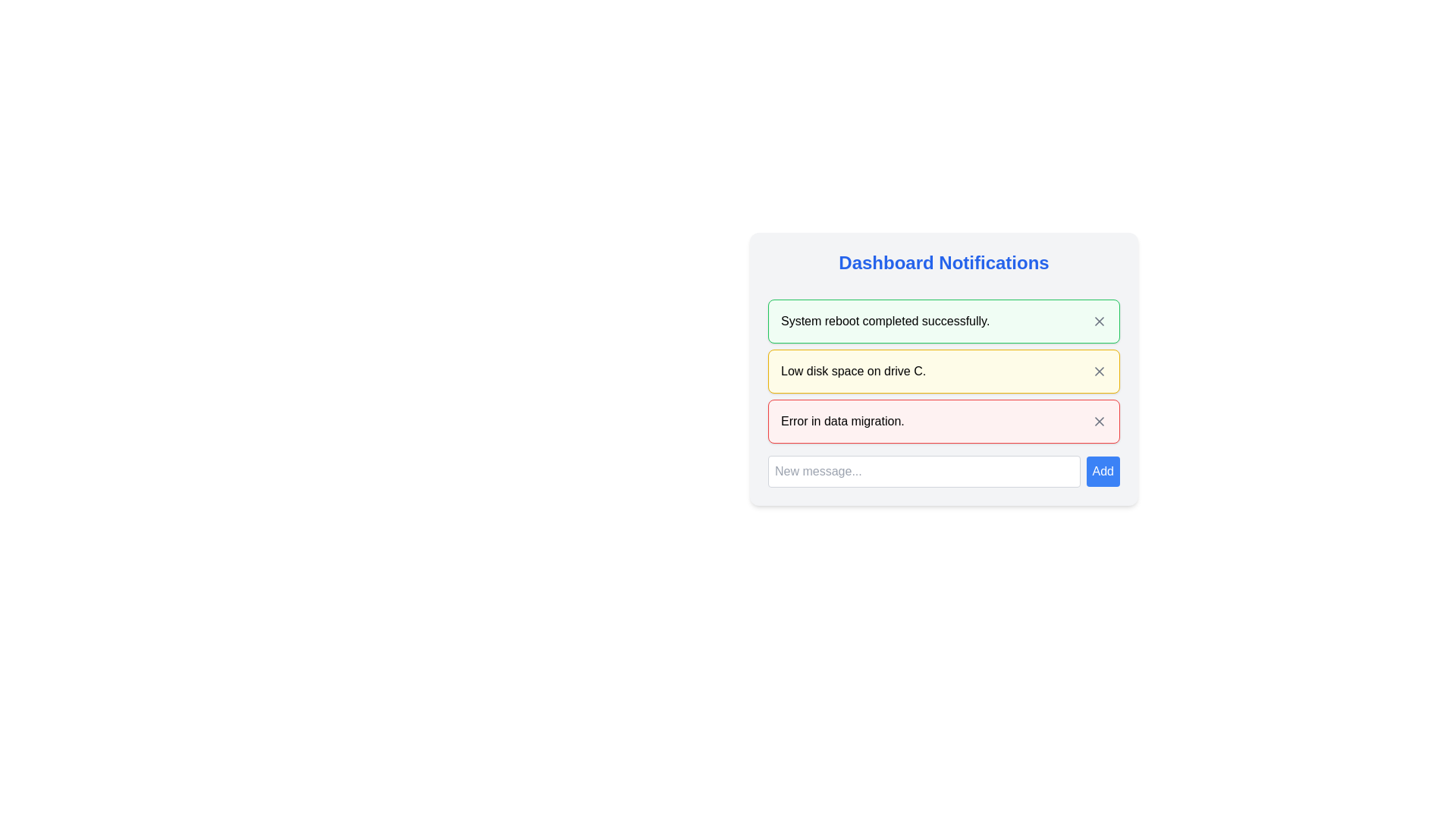  Describe the element at coordinates (1099, 421) in the screenshot. I see `the close icon represented by a small cross shape 'X' inside the third notification card indicating 'Error in data migration.'` at that location.